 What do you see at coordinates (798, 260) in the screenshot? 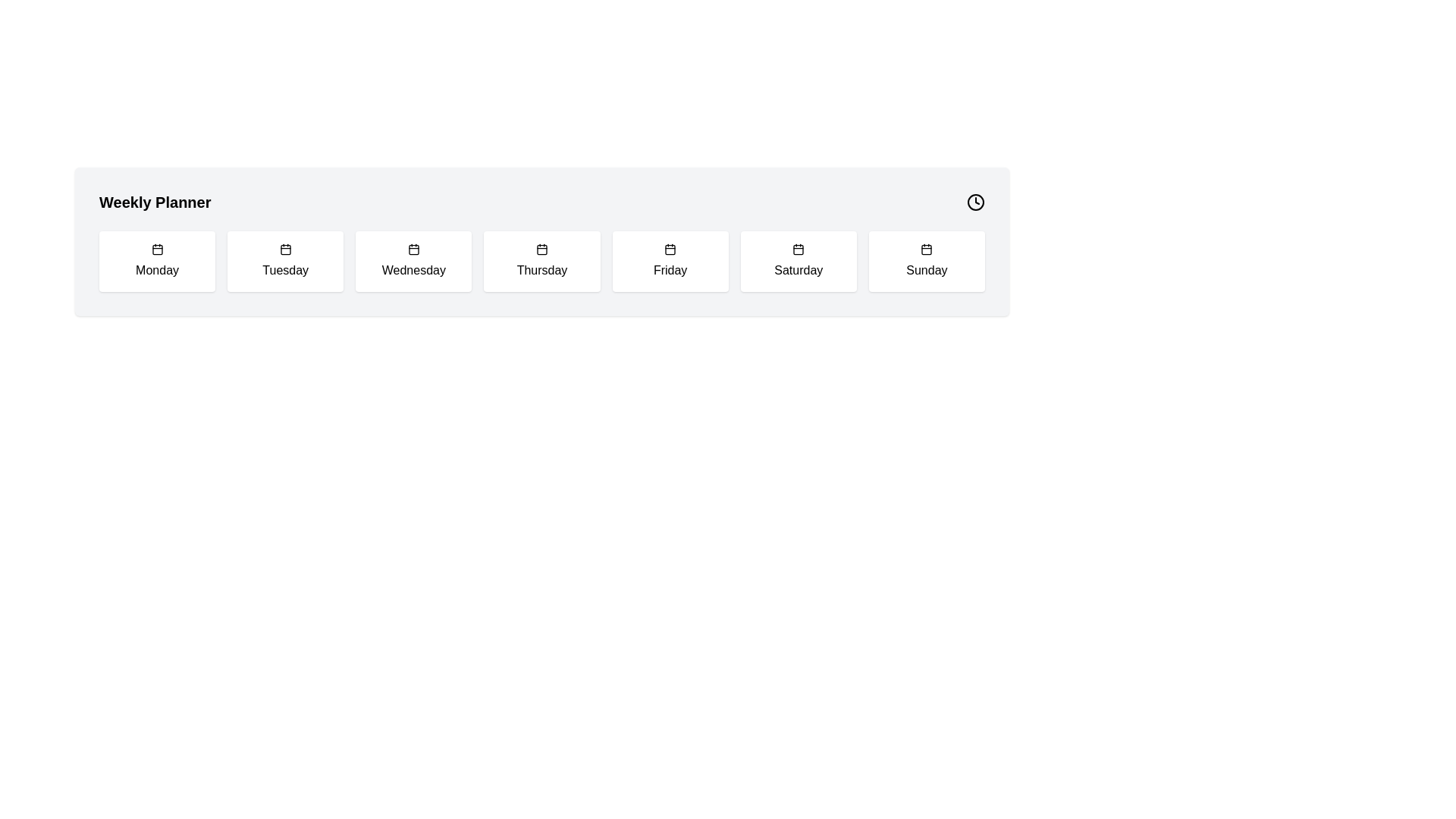
I see `the button representing 'Saturday' in the weekly planner interface` at bounding box center [798, 260].